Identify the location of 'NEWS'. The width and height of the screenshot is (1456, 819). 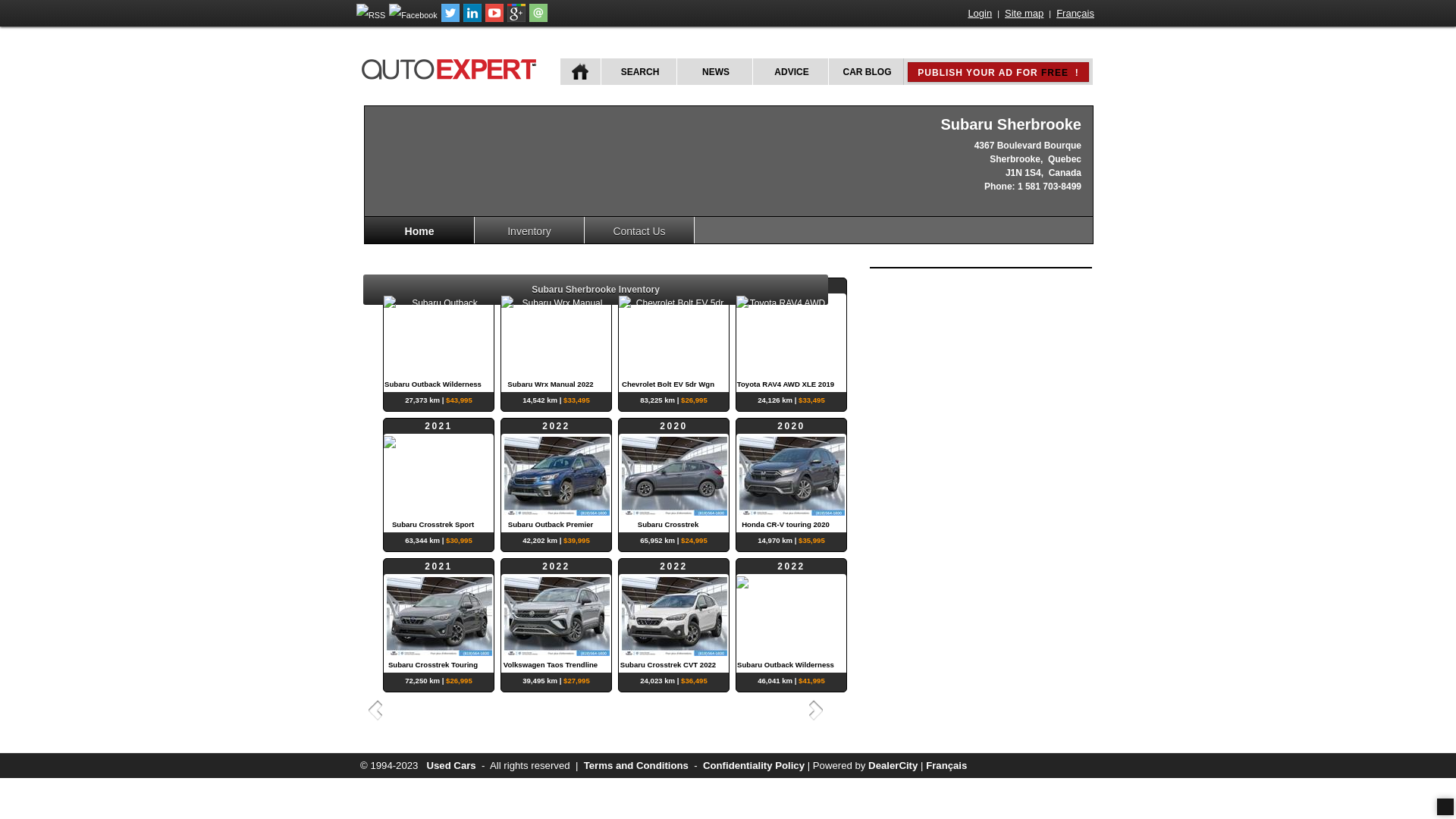
(713, 71).